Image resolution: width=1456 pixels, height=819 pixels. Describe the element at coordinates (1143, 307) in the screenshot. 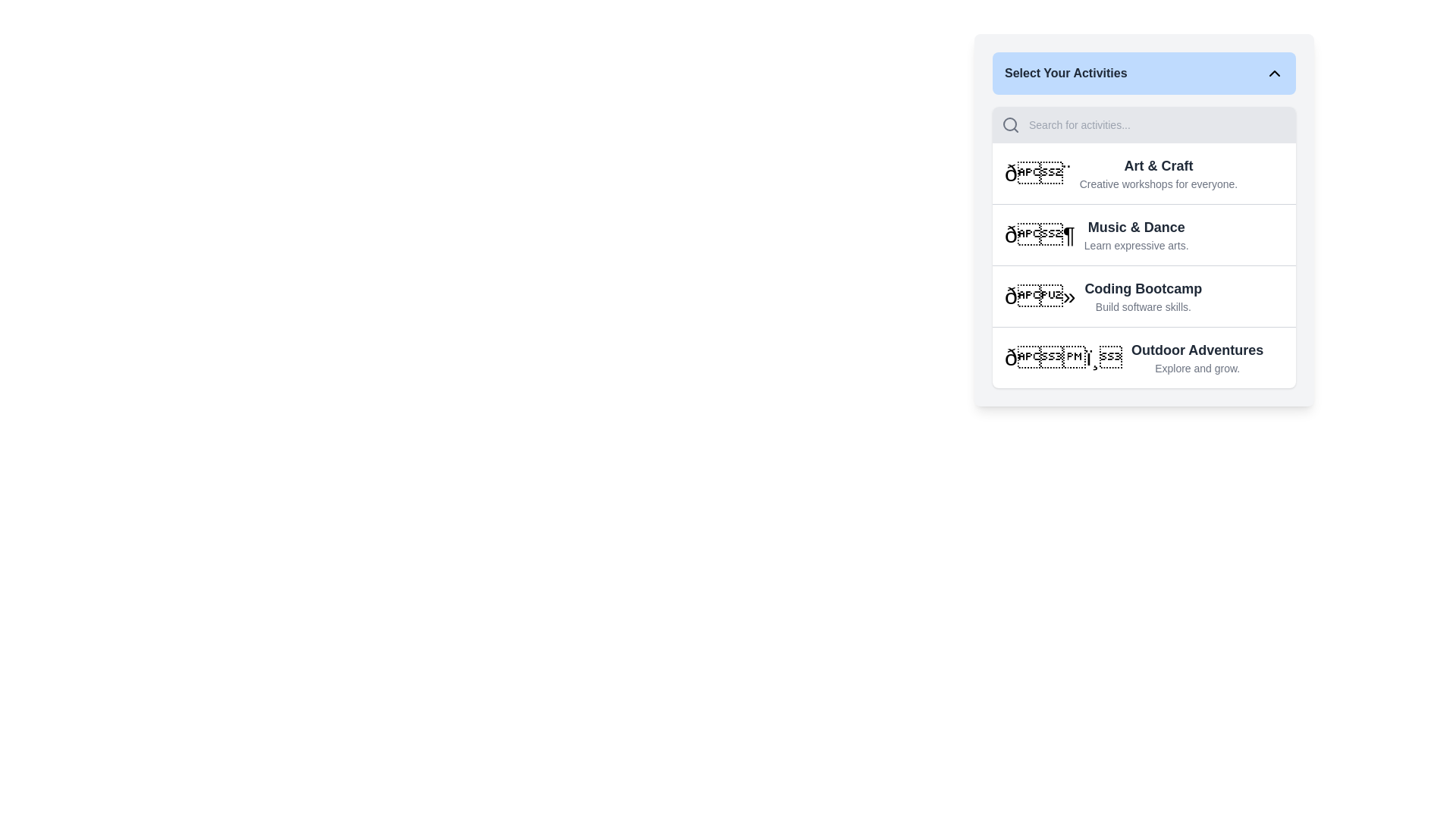

I see `the descriptive text label that provides details about the 'Coding Bootcamp' option, located directly below the 'Coding Bootcamp' heading` at that location.